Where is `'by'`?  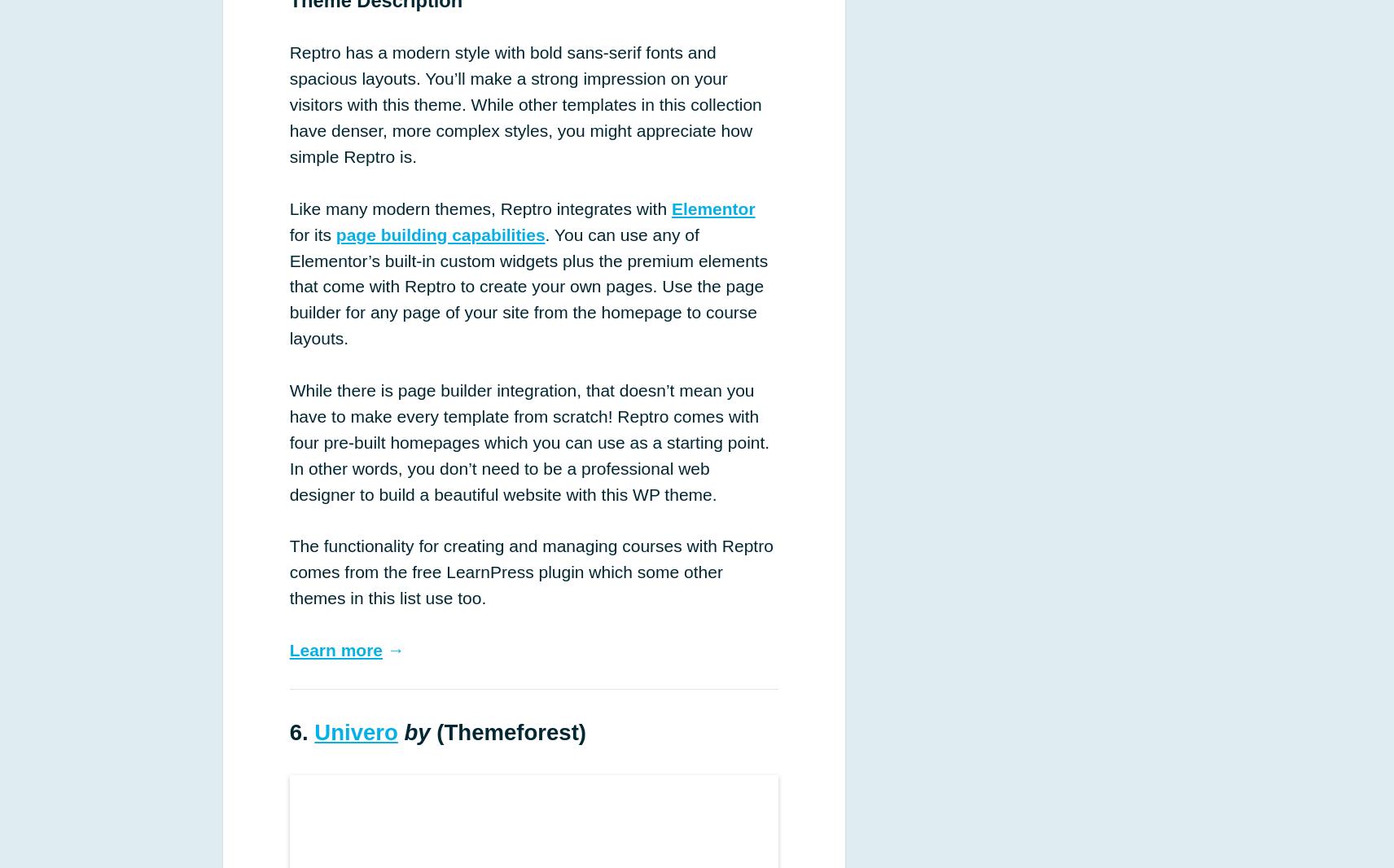
'by' is located at coordinates (402, 731).